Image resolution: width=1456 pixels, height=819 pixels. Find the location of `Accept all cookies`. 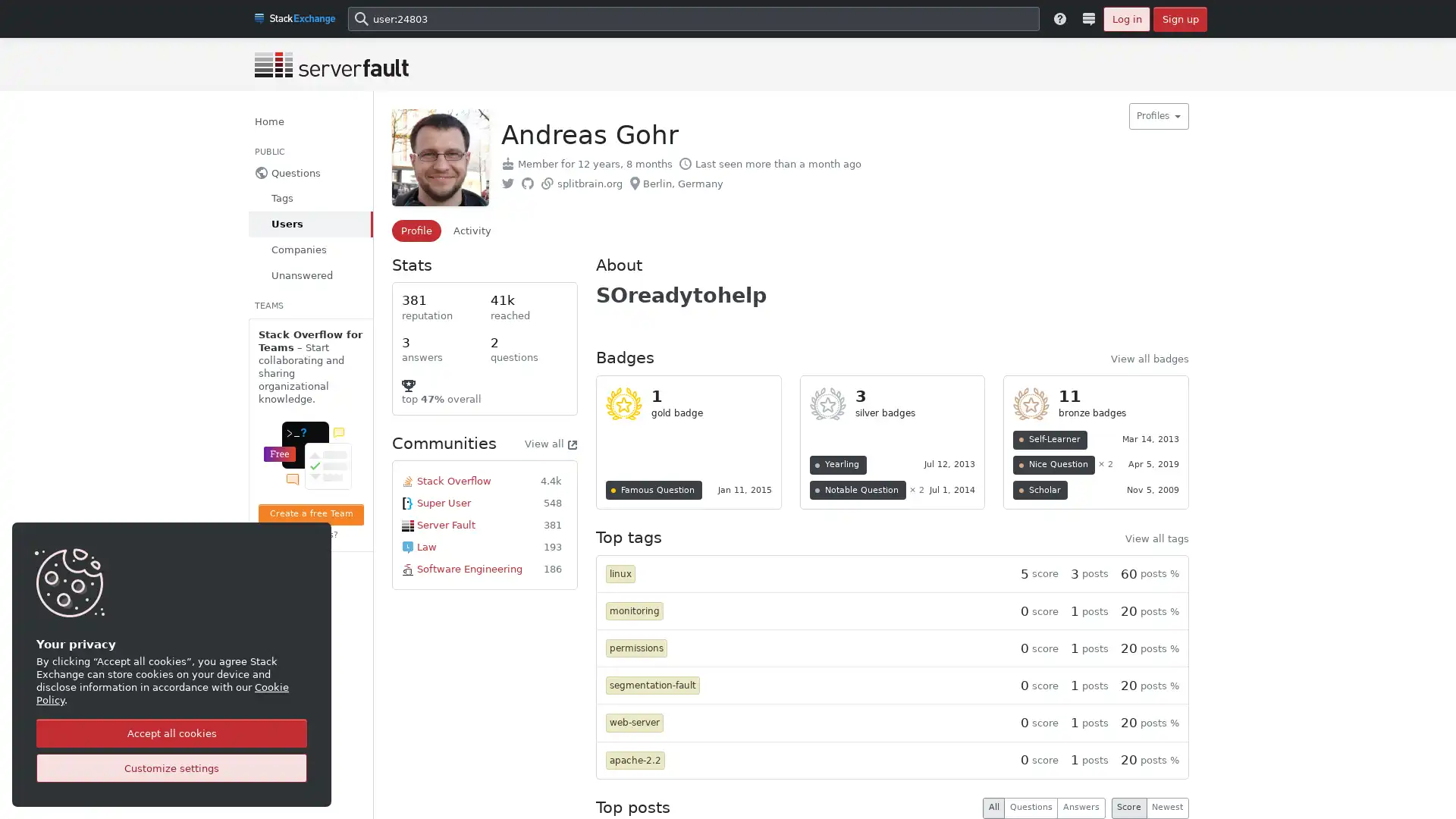

Accept all cookies is located at coordinates (171, 733).